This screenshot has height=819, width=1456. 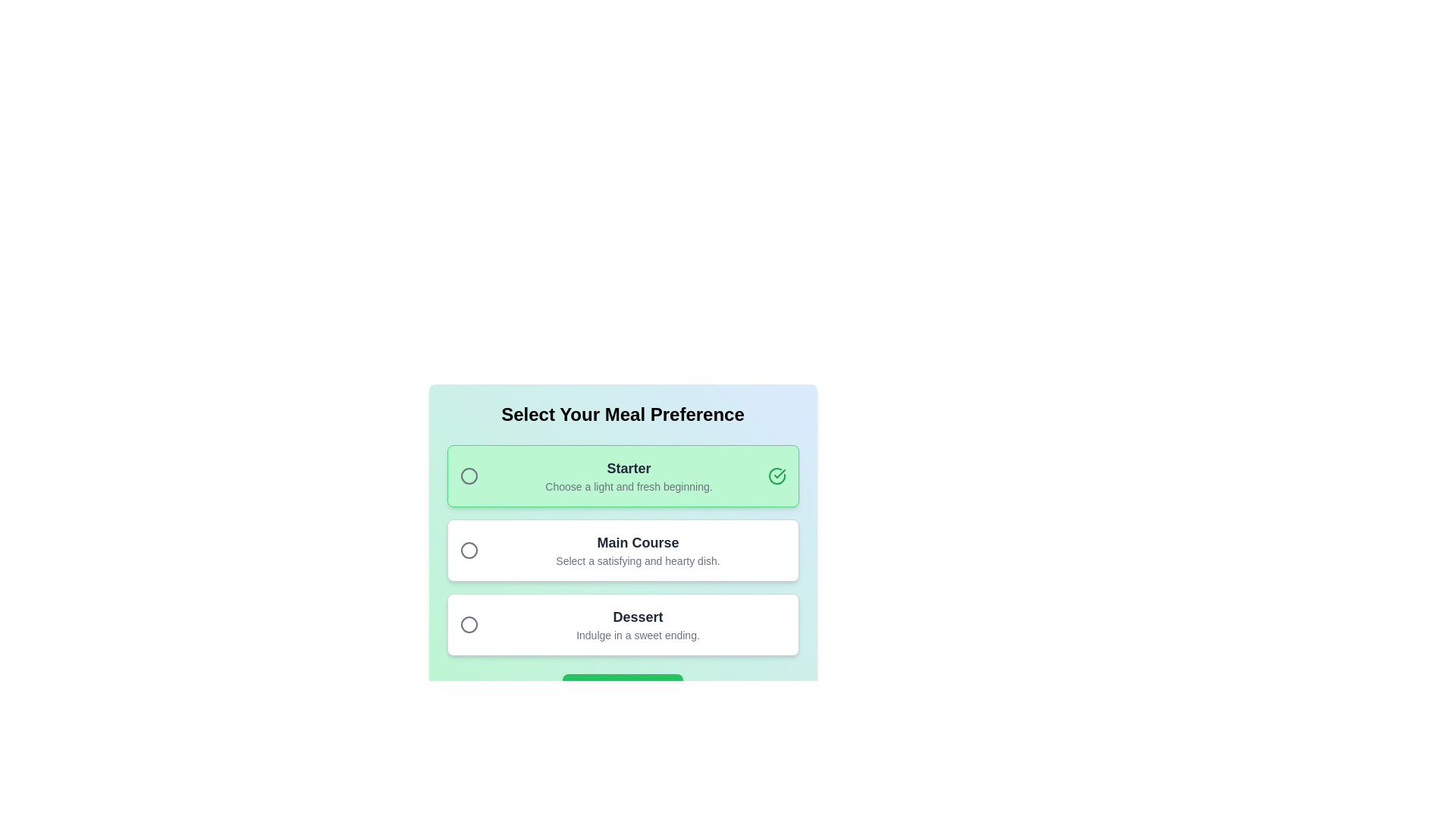 I want to click on the 'Main Course' label that provides contextual information for meal selection, located within the second item of the menu, positioned between 'Starter' and 'Dessert', so click(x=638, y=550).